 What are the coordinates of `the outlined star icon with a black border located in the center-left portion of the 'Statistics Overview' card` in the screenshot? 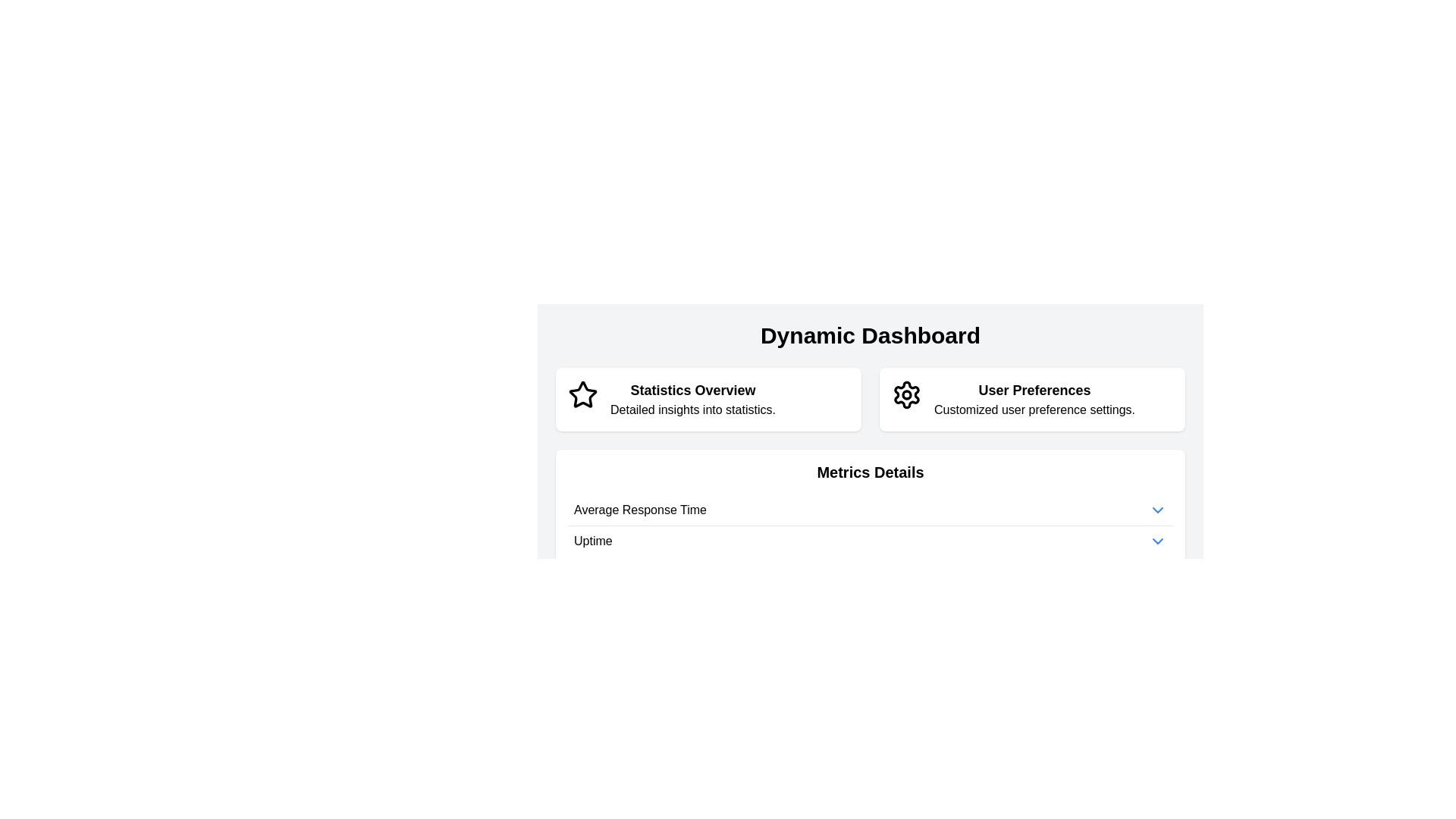 It's located at (582, 394).